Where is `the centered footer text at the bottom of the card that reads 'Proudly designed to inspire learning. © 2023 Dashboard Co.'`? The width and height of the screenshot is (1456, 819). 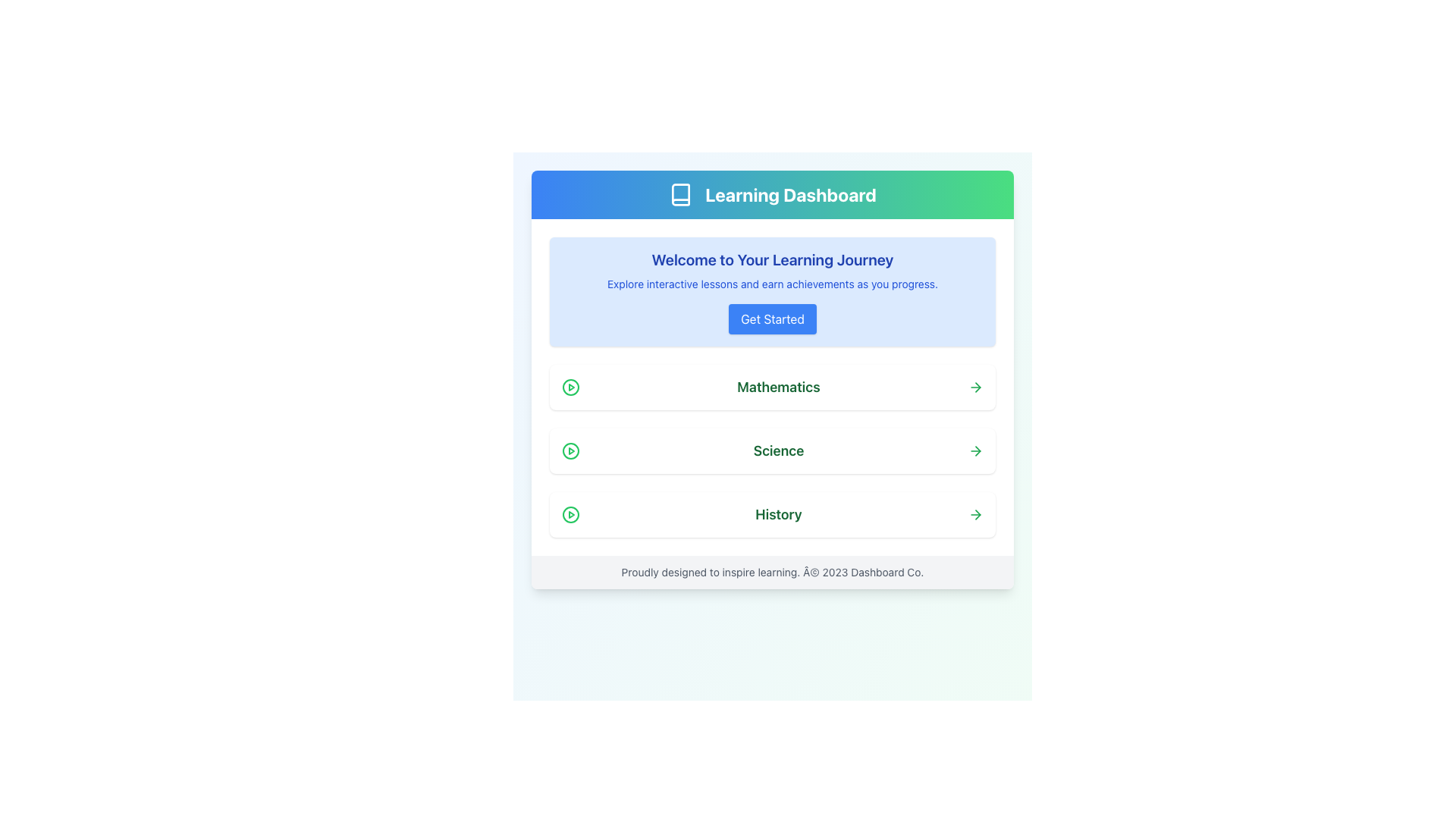
the centered footer text at the bottom of the card that reads 'Proudly designed to inspire learning. © 2023 Dashboard Co.' is located at coordinates (772, 573).